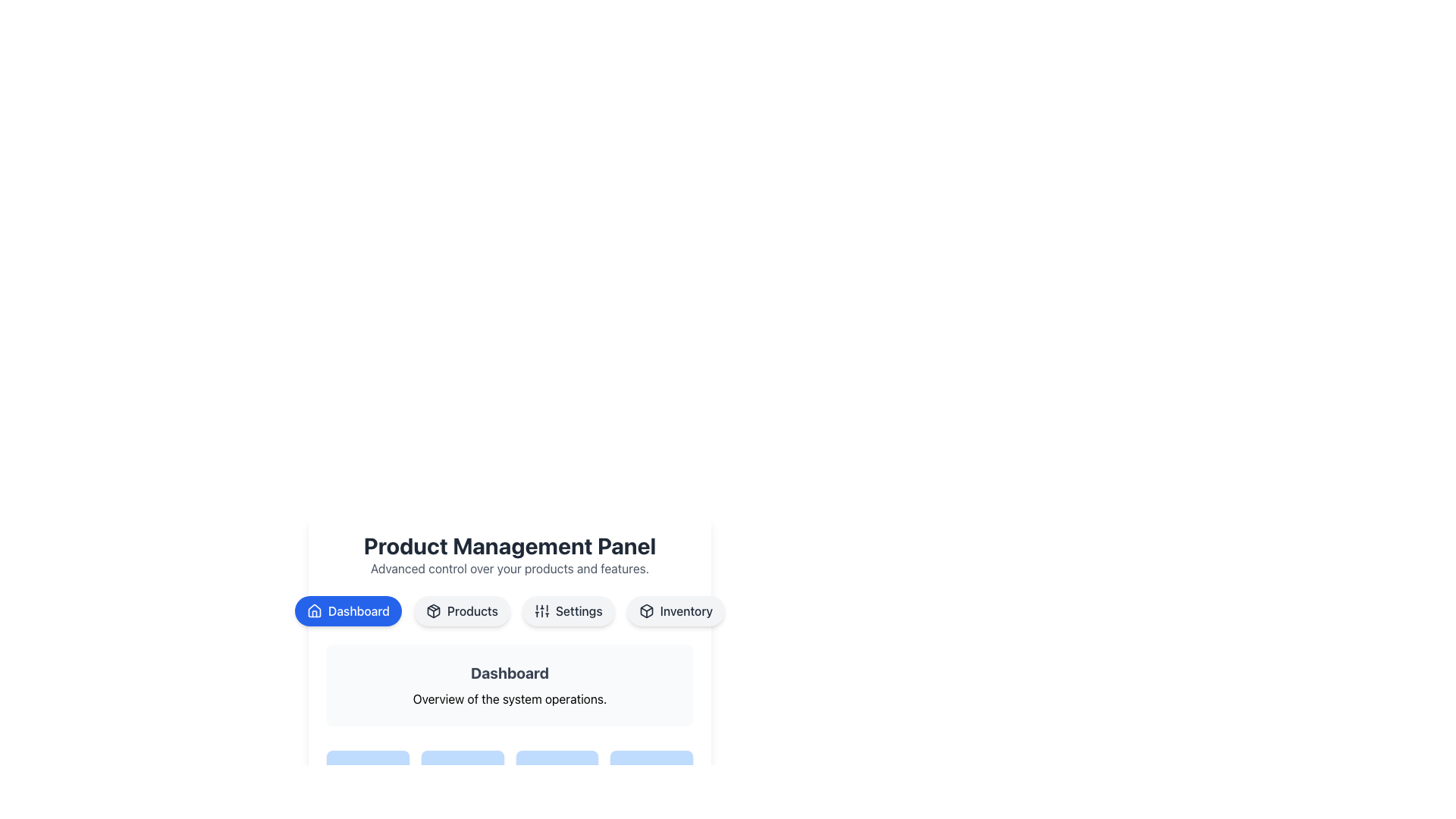  I want to click on the 'Dashboard' button that contains the house icon, which is styled with a blue background and white text, so click(313, 610).